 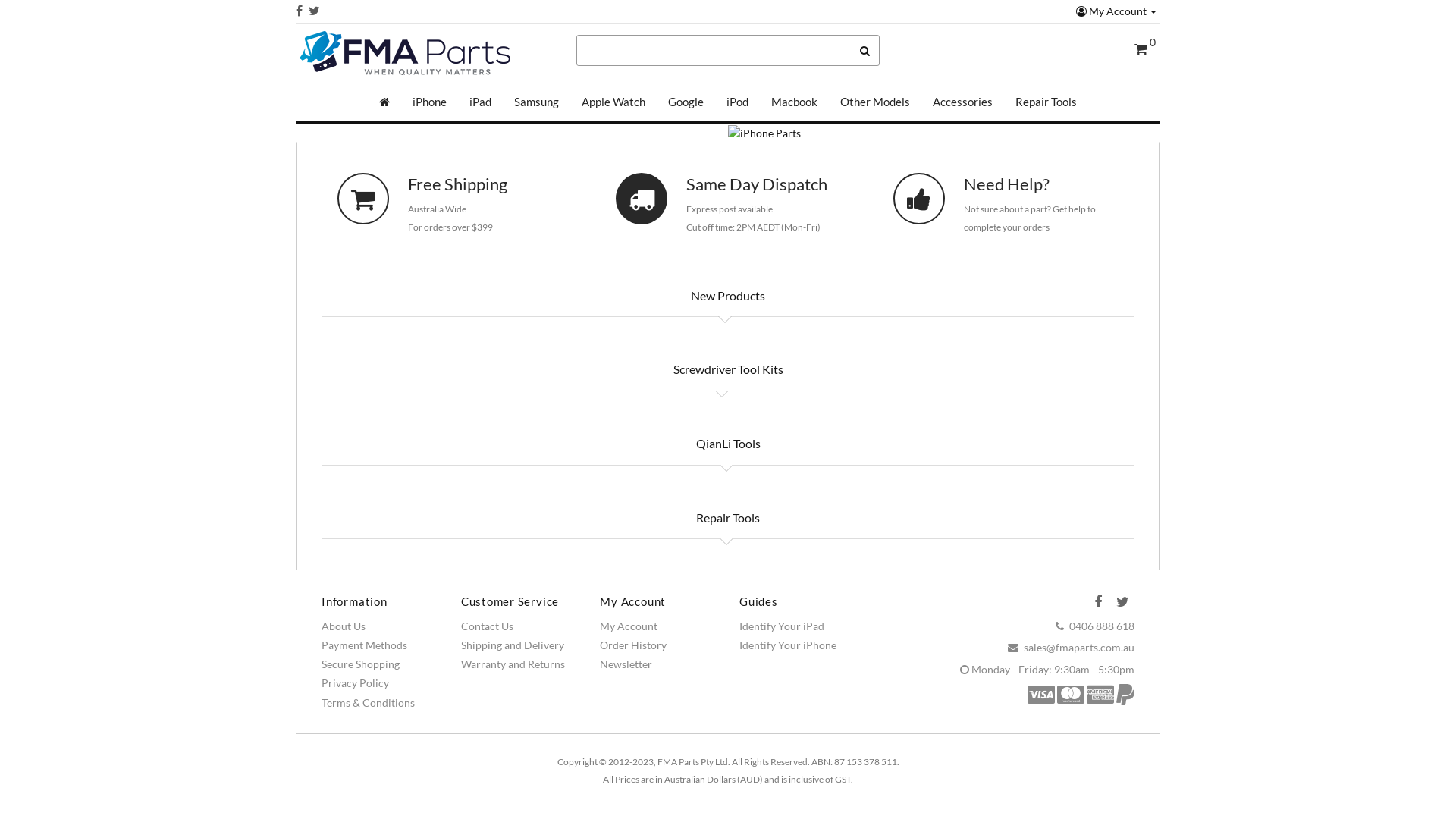 I want to click on 'Shipping and Delivery', so click(x=513, y=645).